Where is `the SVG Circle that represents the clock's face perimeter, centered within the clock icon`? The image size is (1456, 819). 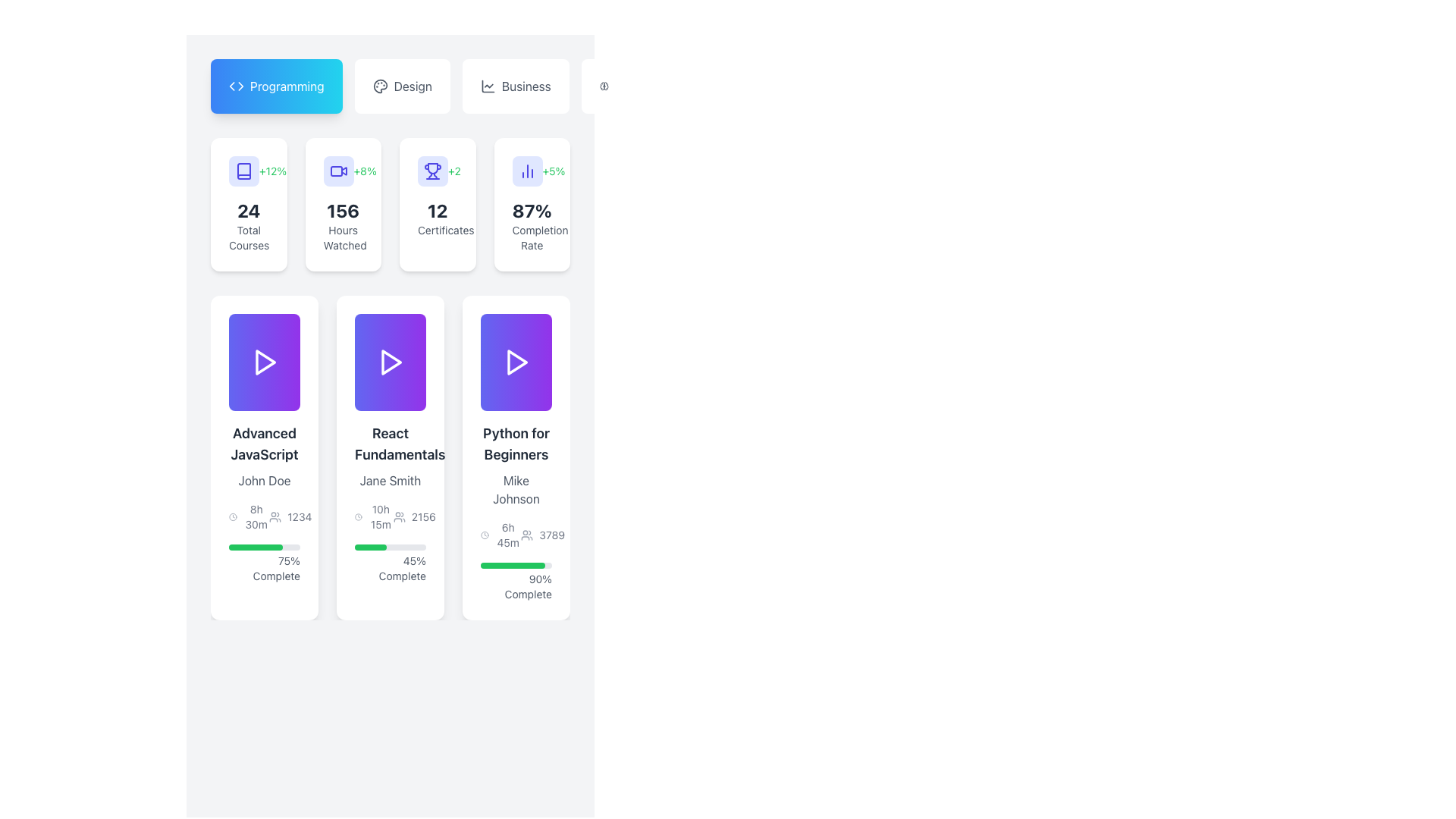
the SVG Circle that represents the clock's face perimeter, centered within the clock icon is located at coordinates (232, 516).